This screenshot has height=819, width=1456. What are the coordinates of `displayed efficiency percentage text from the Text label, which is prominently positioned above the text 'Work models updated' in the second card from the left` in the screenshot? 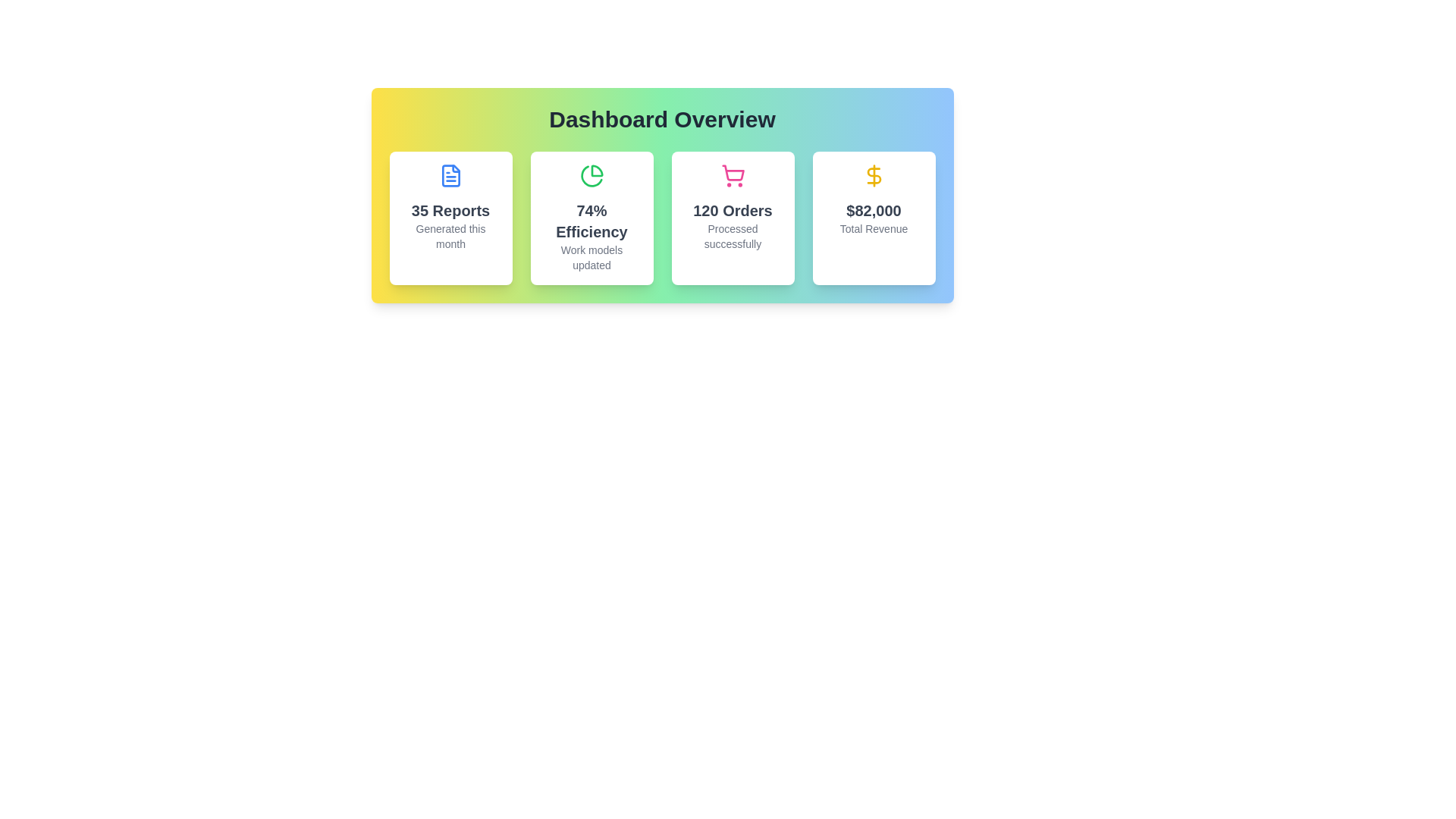 It's located at (591, 221).